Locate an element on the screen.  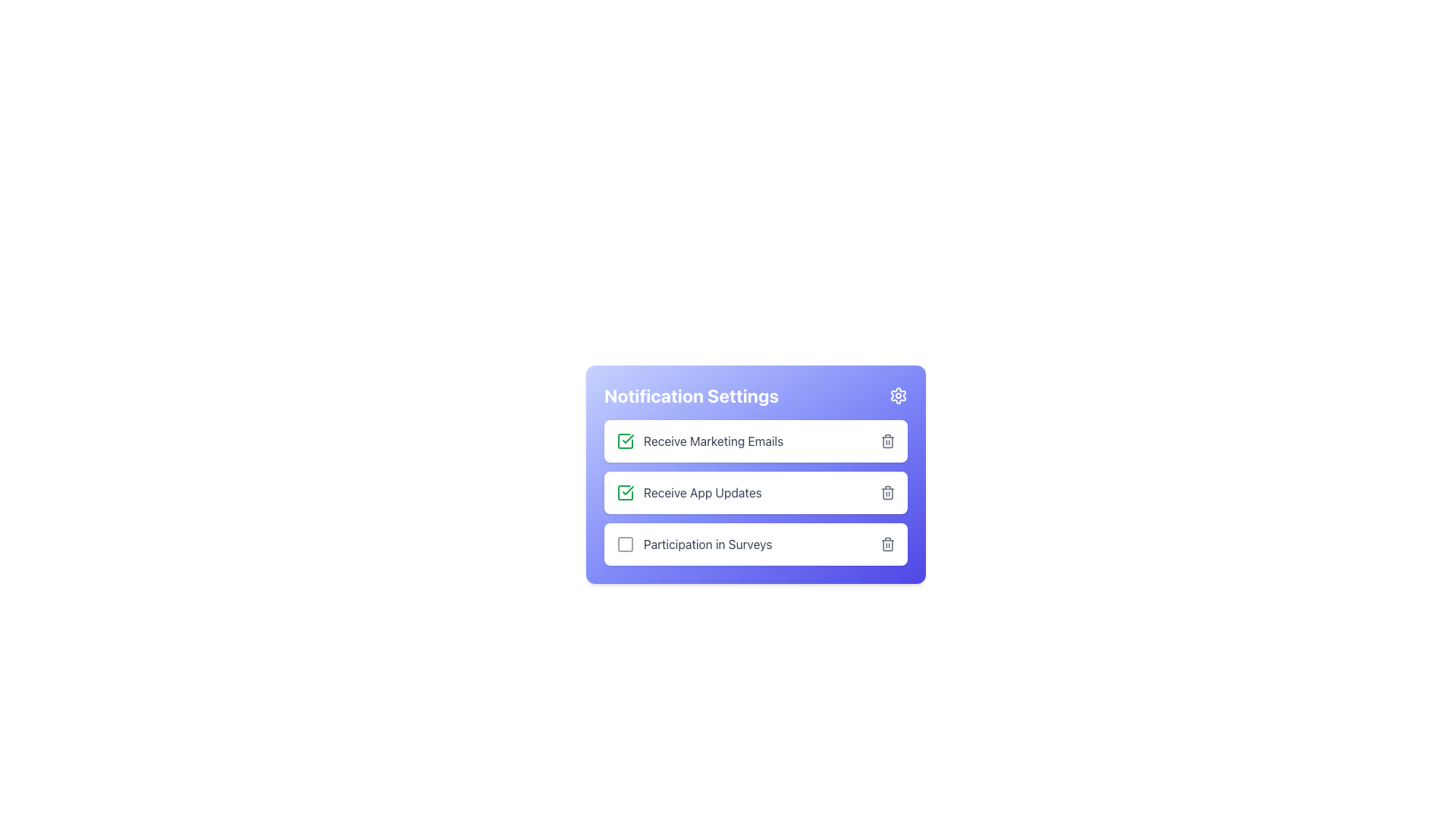
the list item containing the checkbox, label 'Participation in Surveys', and trash can icon is located at coordinates (756, 543).